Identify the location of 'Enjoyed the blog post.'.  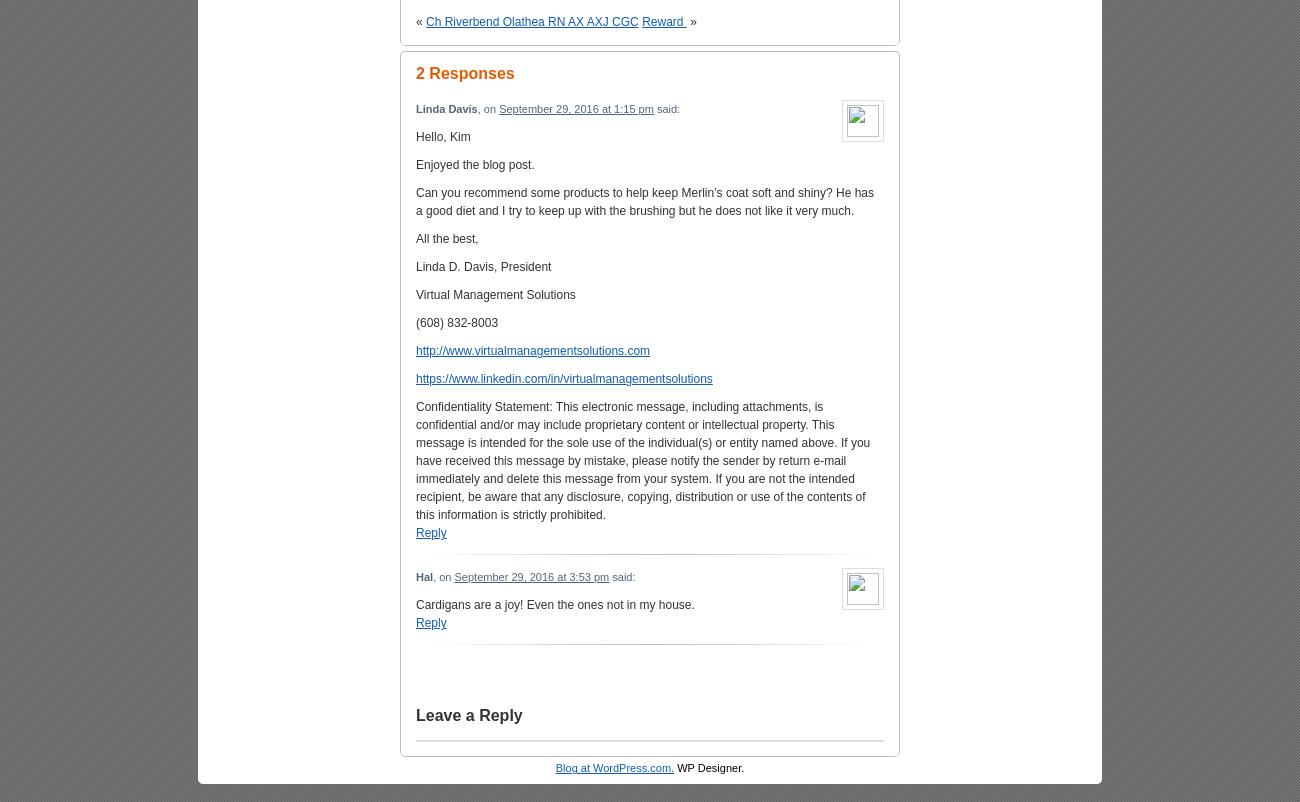
(474, 164).